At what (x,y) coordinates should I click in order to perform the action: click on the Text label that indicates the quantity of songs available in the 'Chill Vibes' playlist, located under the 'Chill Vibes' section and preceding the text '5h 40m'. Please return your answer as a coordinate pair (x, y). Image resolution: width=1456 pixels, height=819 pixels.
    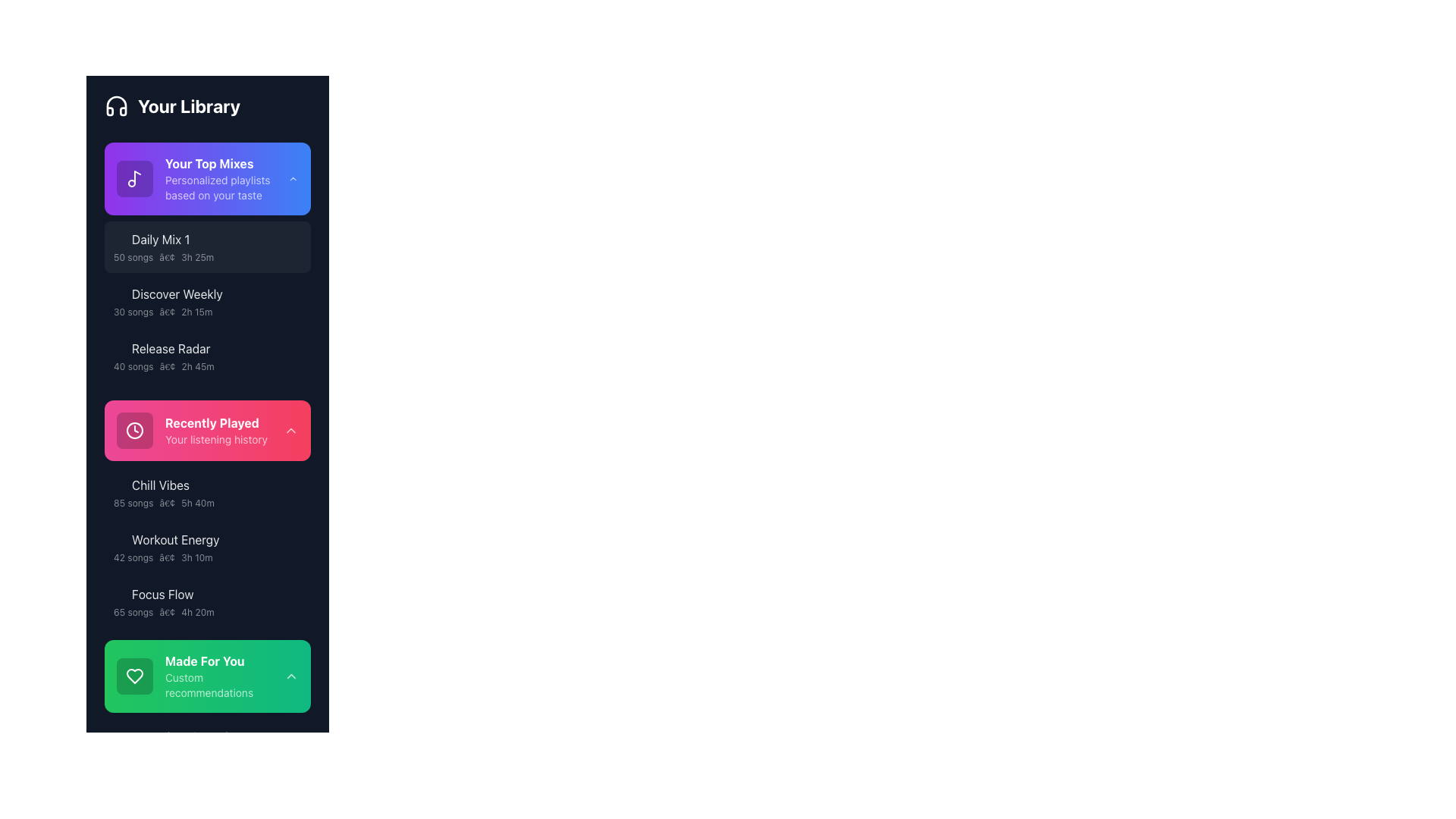
    Looking at the image, I should click on (133, 503).